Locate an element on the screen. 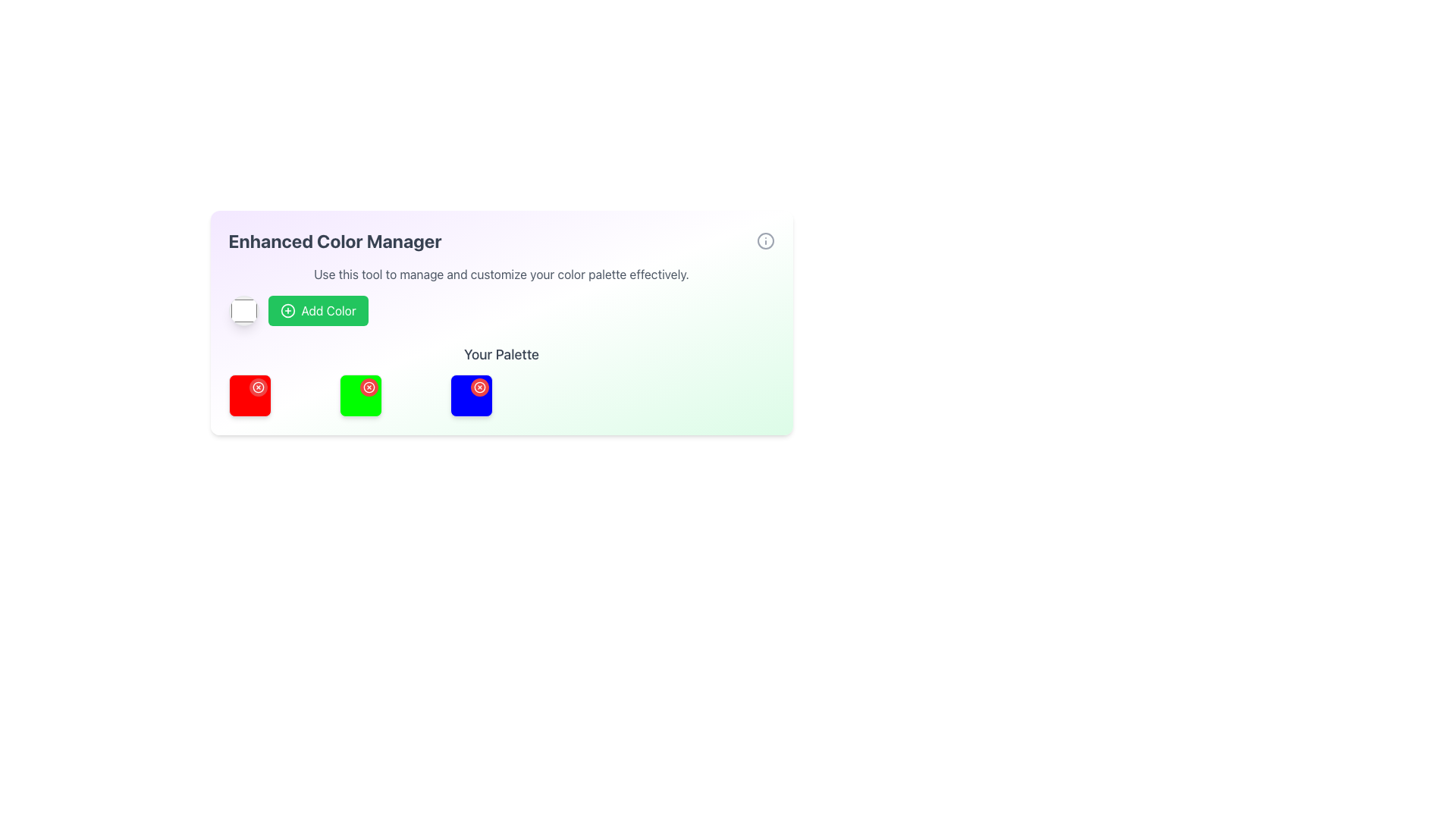  the 'Add Color' button, which is a green button located in a horizontal layout next to a color picker is located at coordinates (501, 309).